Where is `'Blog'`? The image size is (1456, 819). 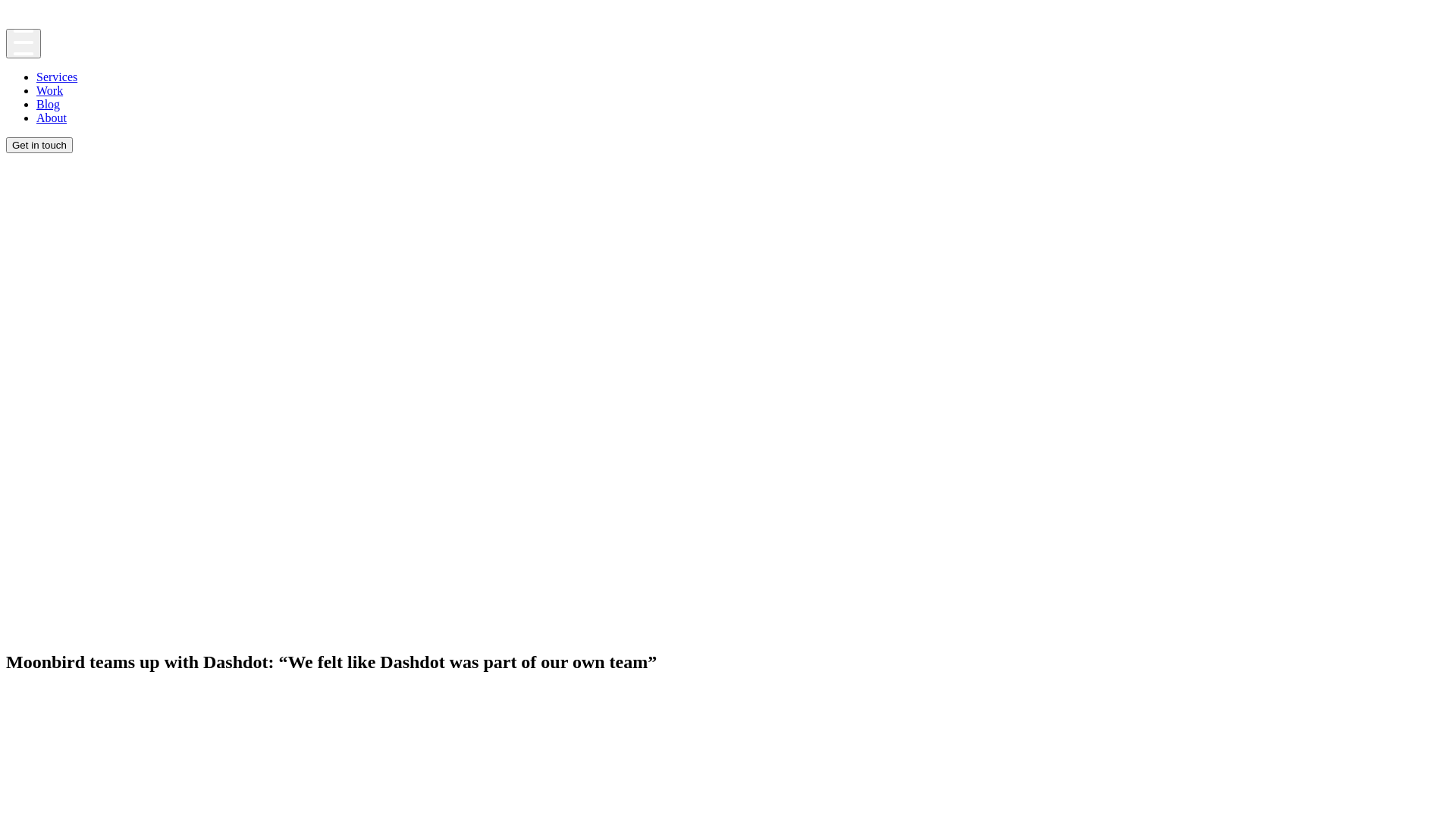
'Blog' is located at coordinates (48, 103).